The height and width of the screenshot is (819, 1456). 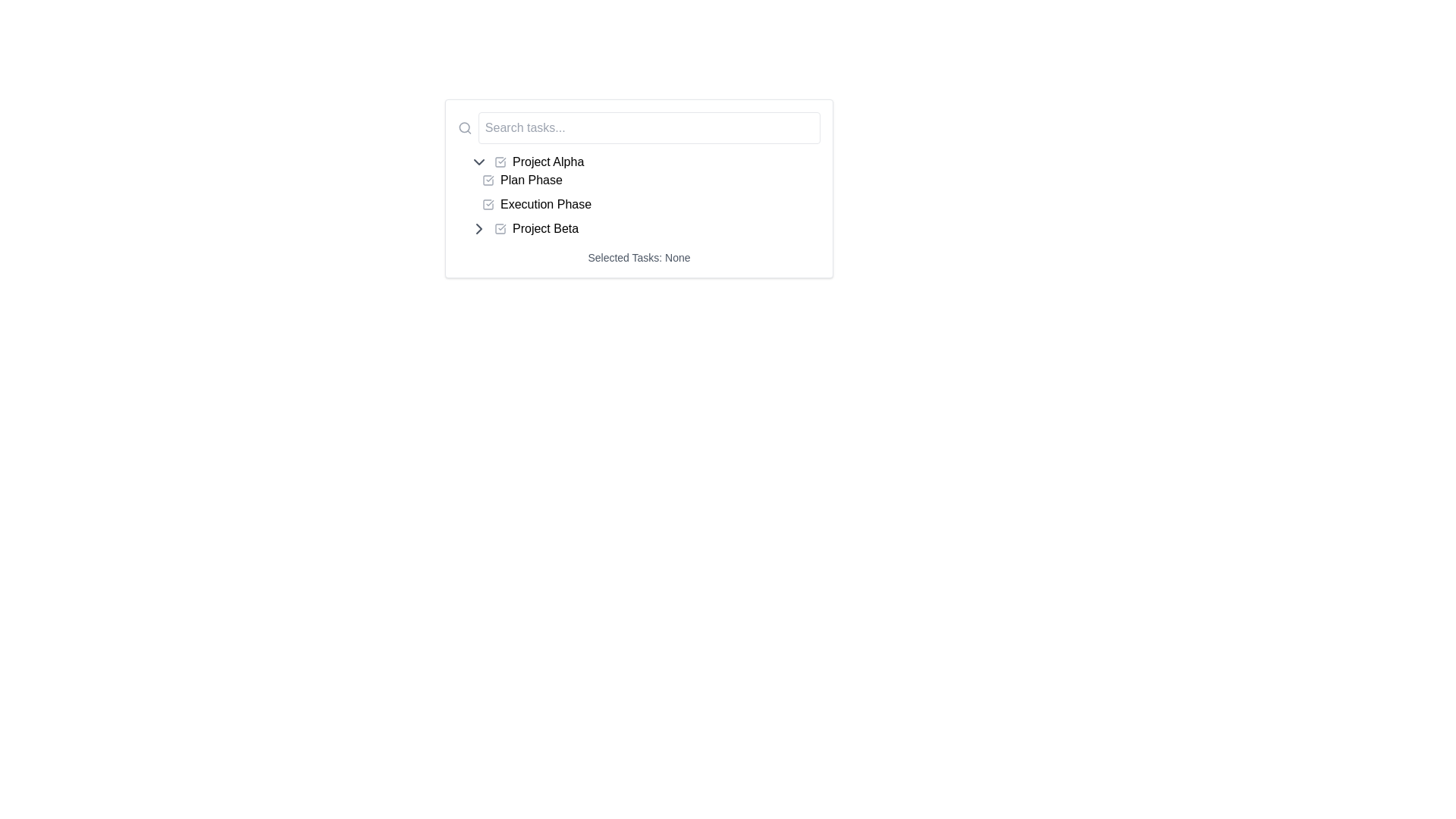 I want to click on the checkbox located to the left of the text 'Execution Phase', so click(x=488, y=205).